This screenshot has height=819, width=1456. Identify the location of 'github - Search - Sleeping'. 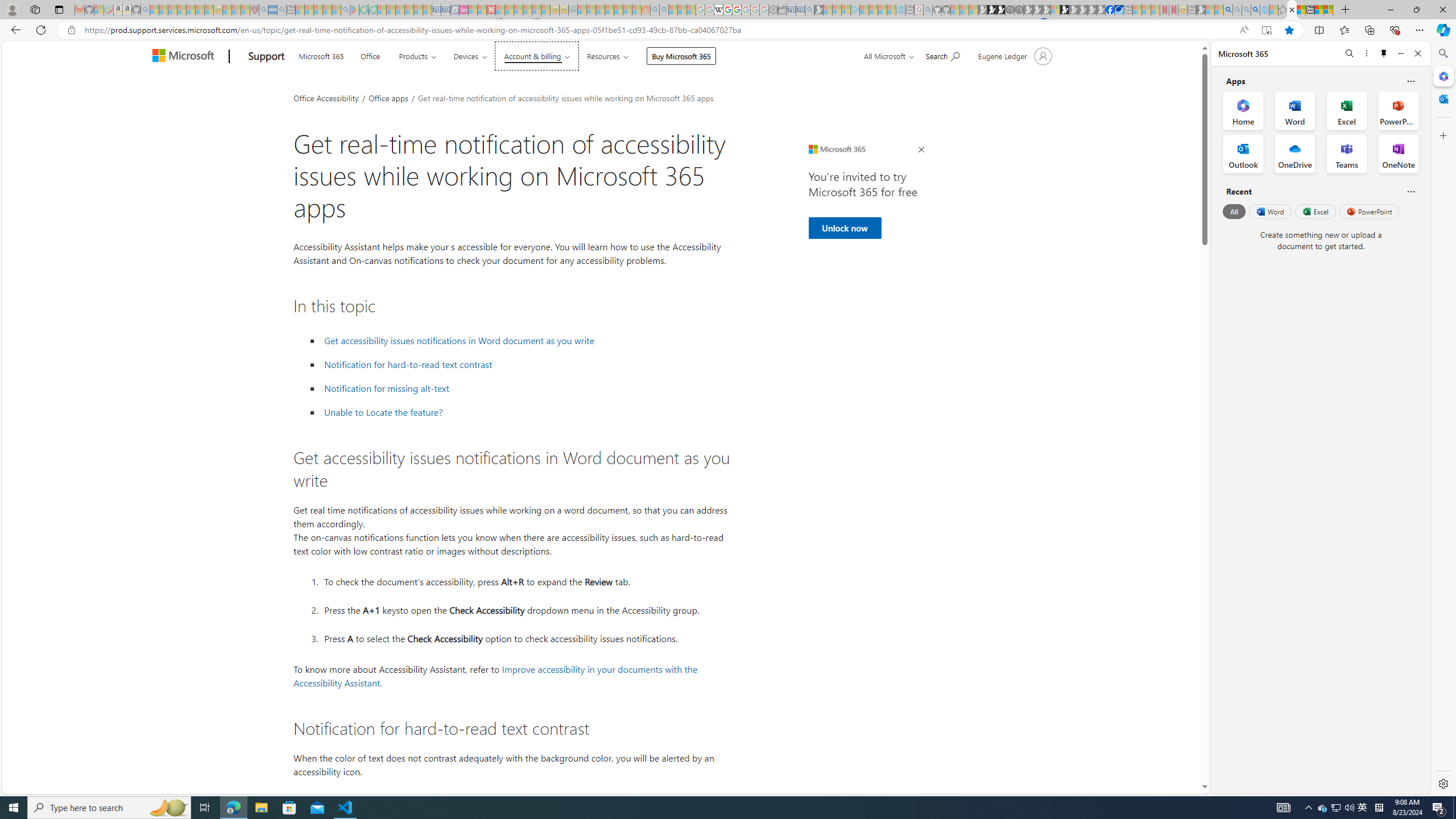
(928, 9).